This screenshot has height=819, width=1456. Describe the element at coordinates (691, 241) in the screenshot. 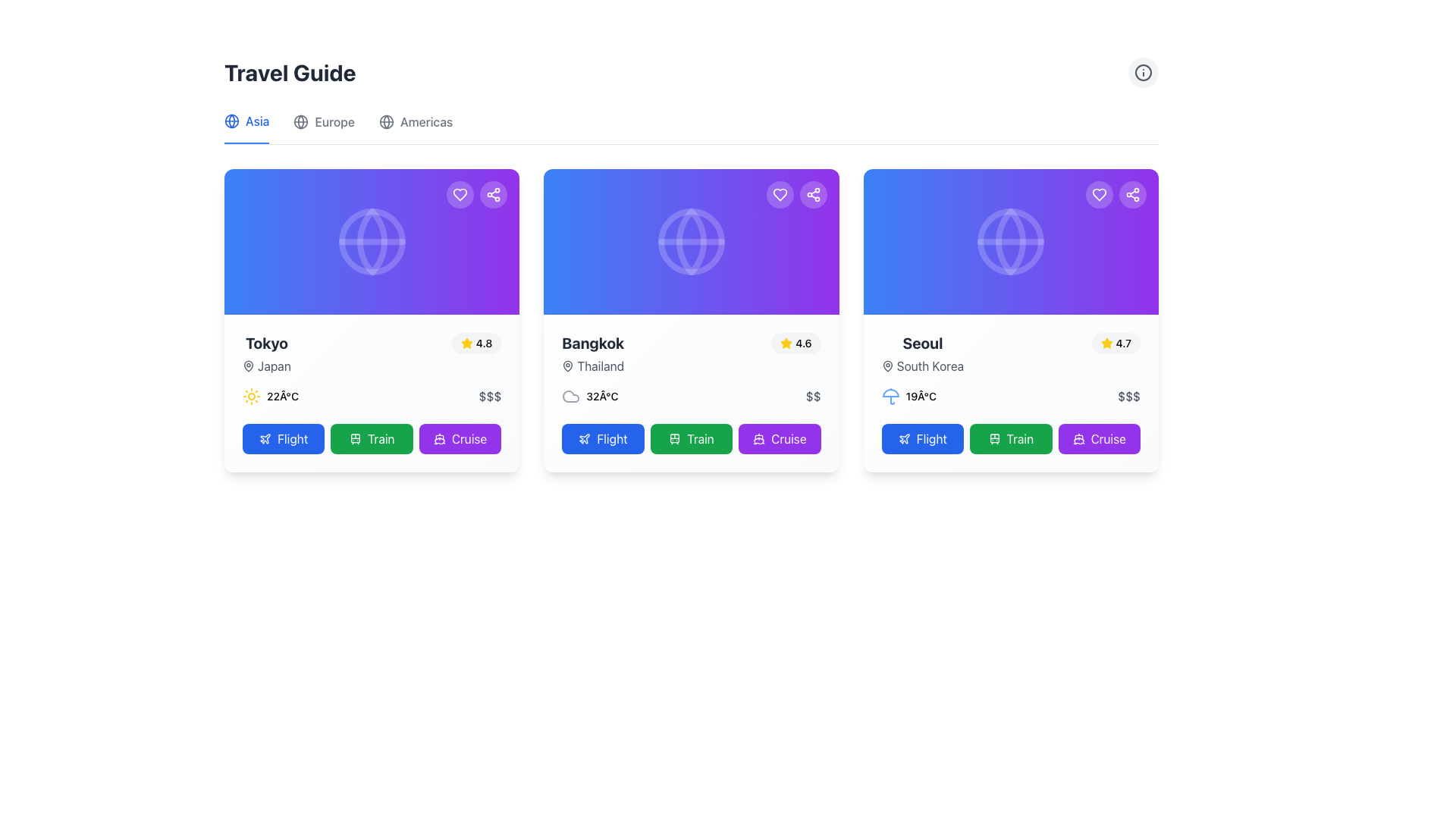

I see `the globe icon, which is a decorative element located in the upper section of the Bangkok card, characterized by its translucent white color and gradient purple background` at that location.